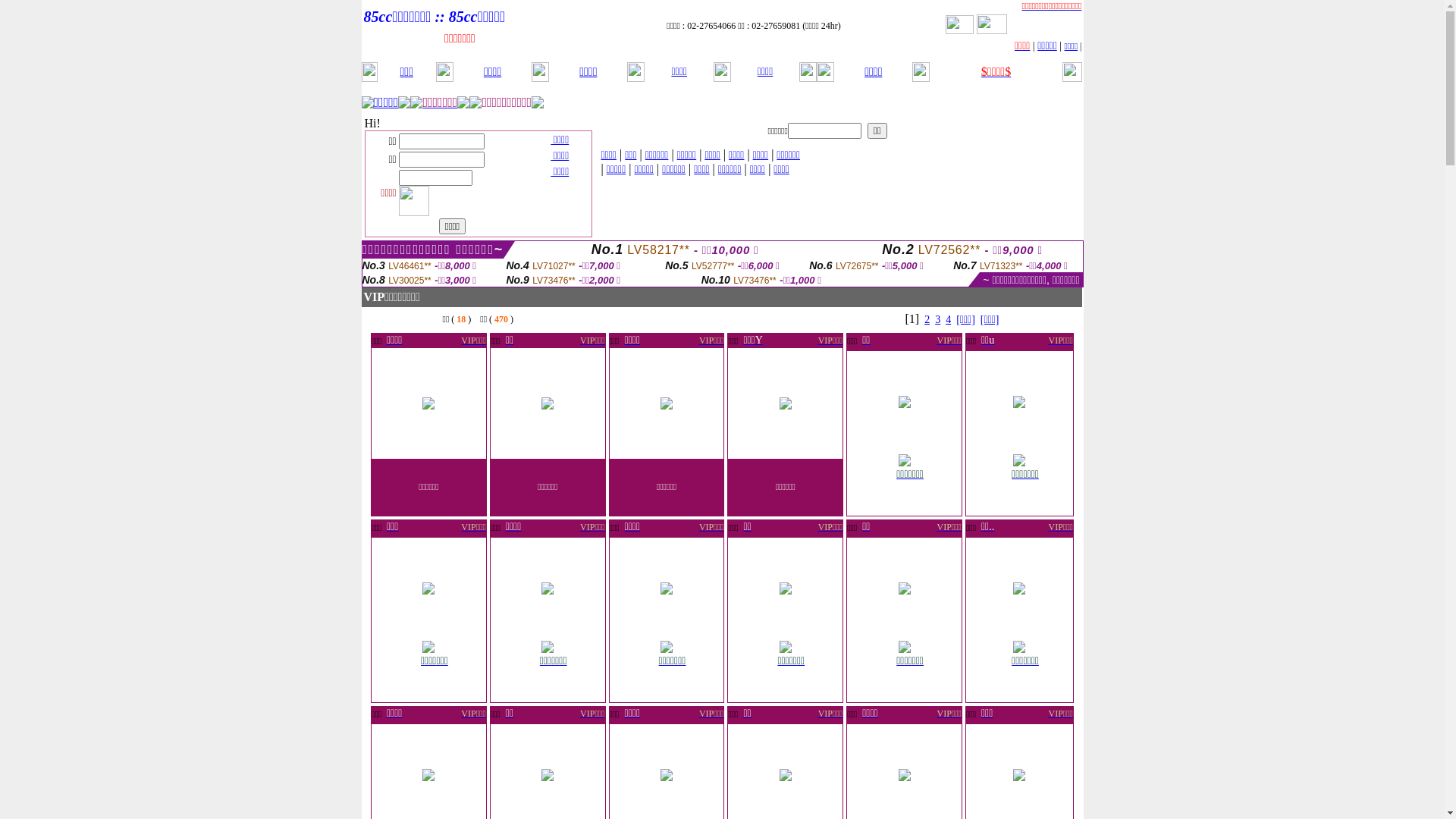 Image resolution: width=1456 pixels, height=819 pixels. I want to click on '4', so click(947, 318).